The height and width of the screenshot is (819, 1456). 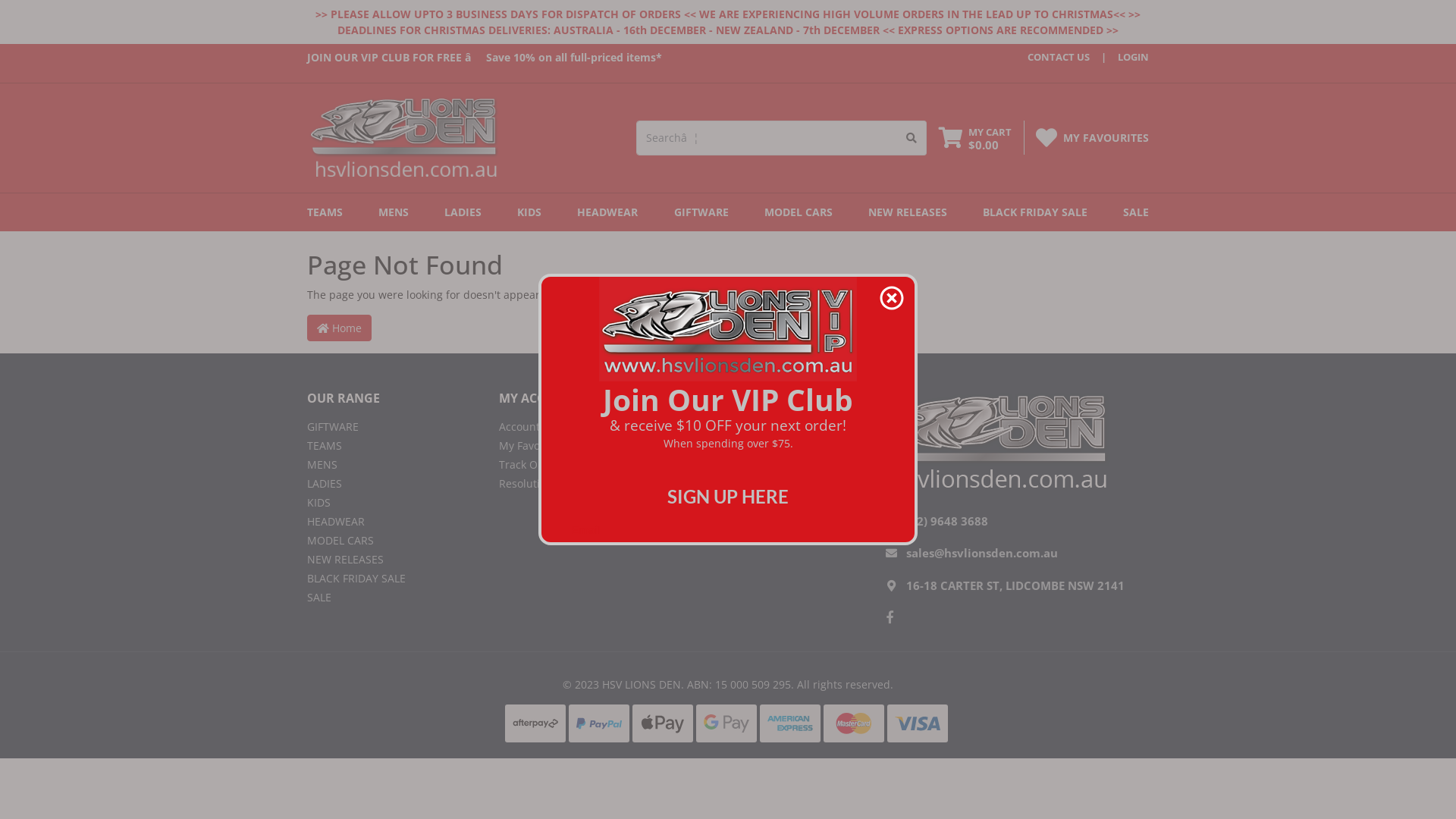 I want to click on 'MY FAVOURITES', so click(x=1106, y=137).